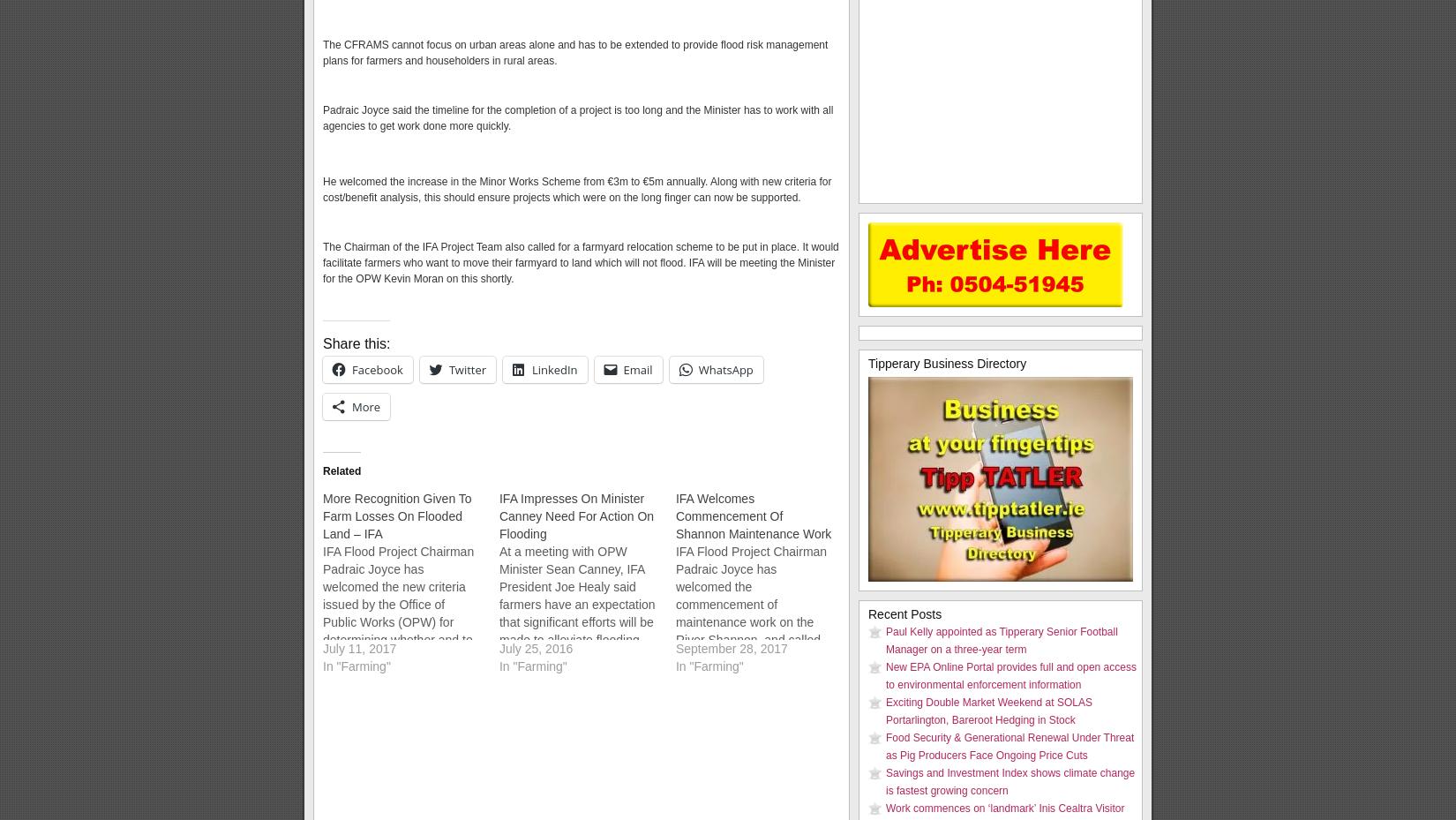 This screenshot has width=1456, height=820. I want to click on 'Twitter', so click(447, 368).